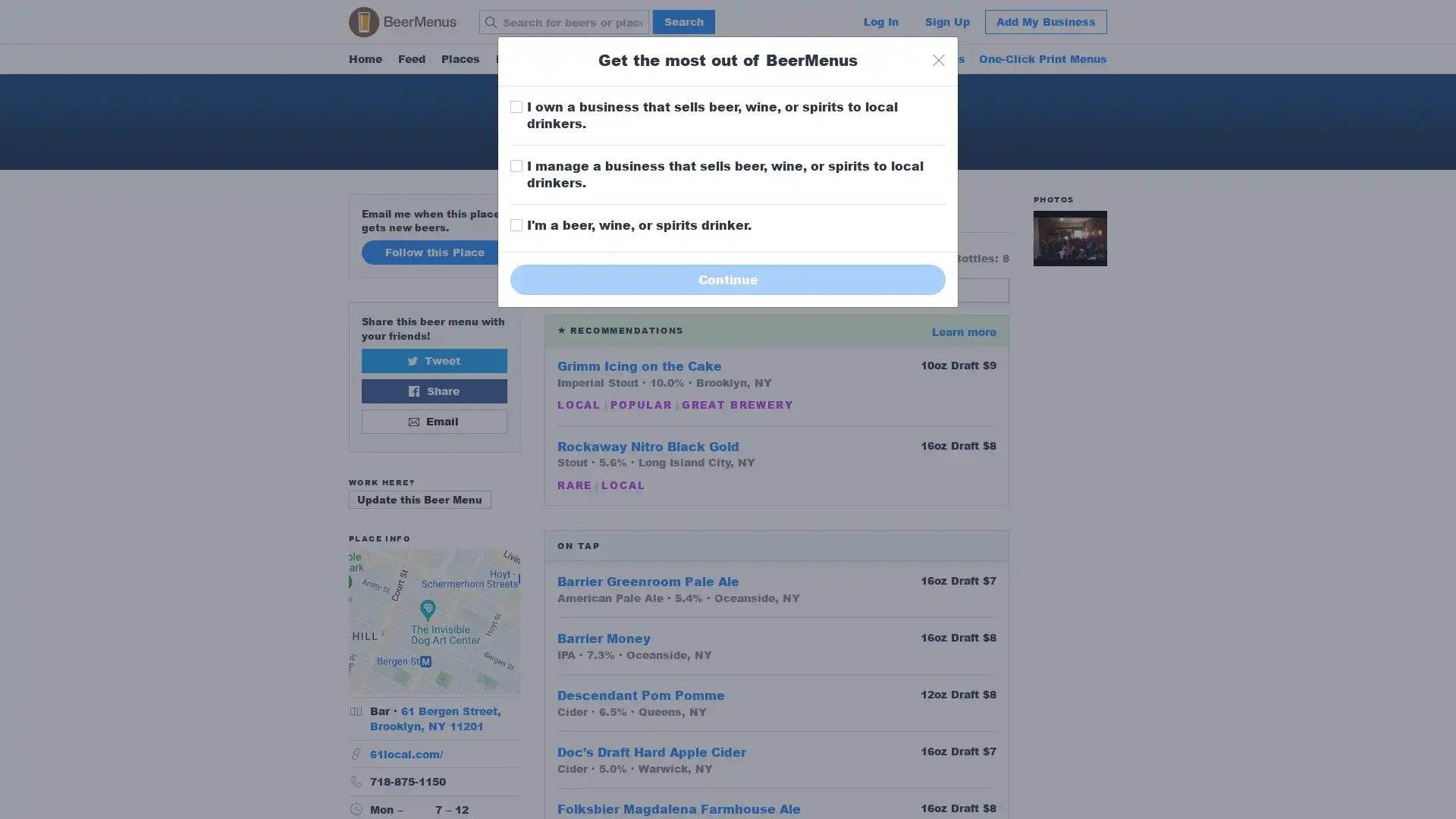 Image resolution: width=1456 pixels, height=819 pixels. What do you see at coordinates (728, 278) in the screenshot?
I see `Continue` at bounding box center [728, 278].